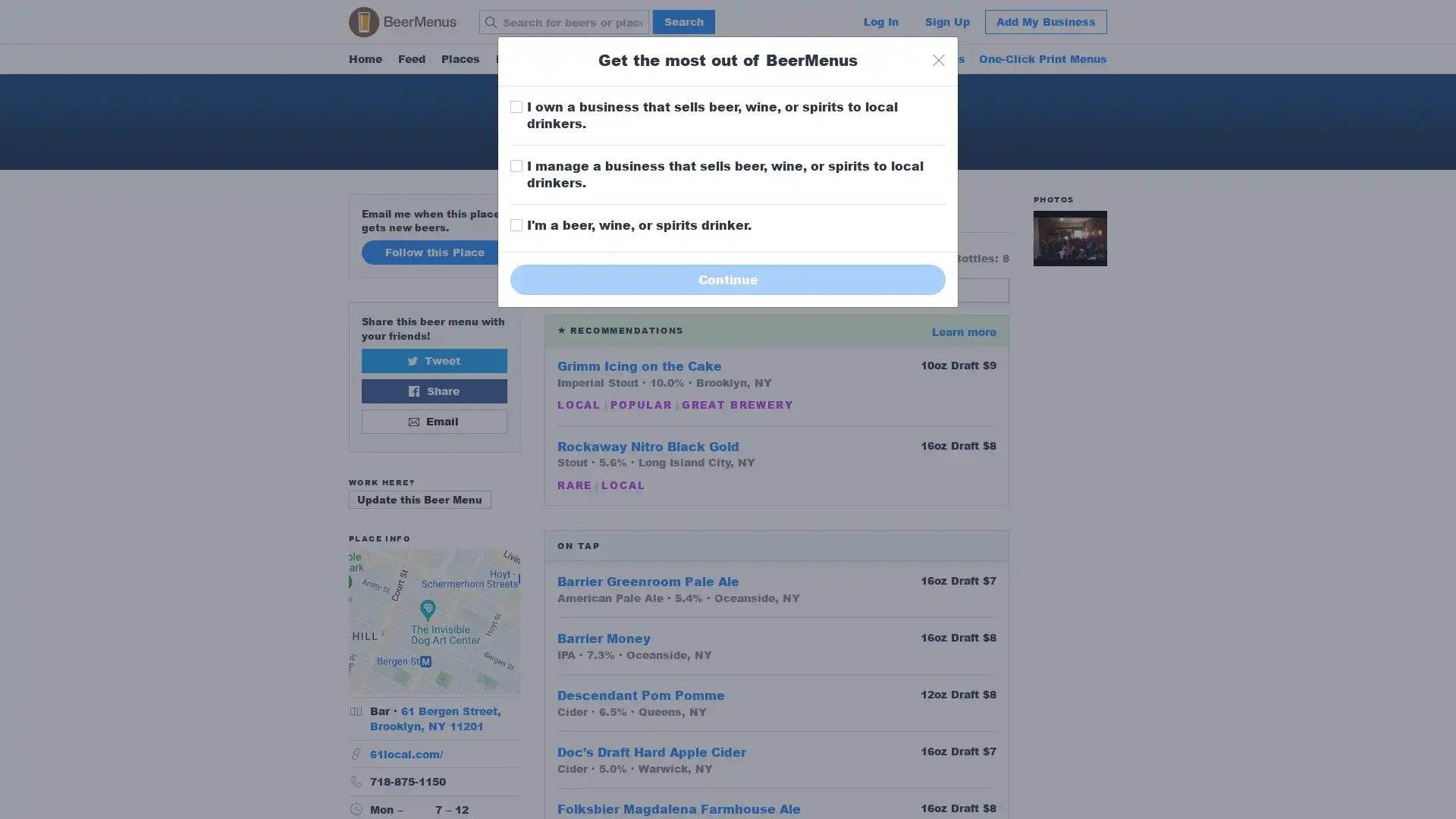 Image resolution: width=1456 pixels, height=819 pixels. What do you see at coordinates (728, 278) in the screenshot?
I see `Continue` at bounding box center [728, 278].